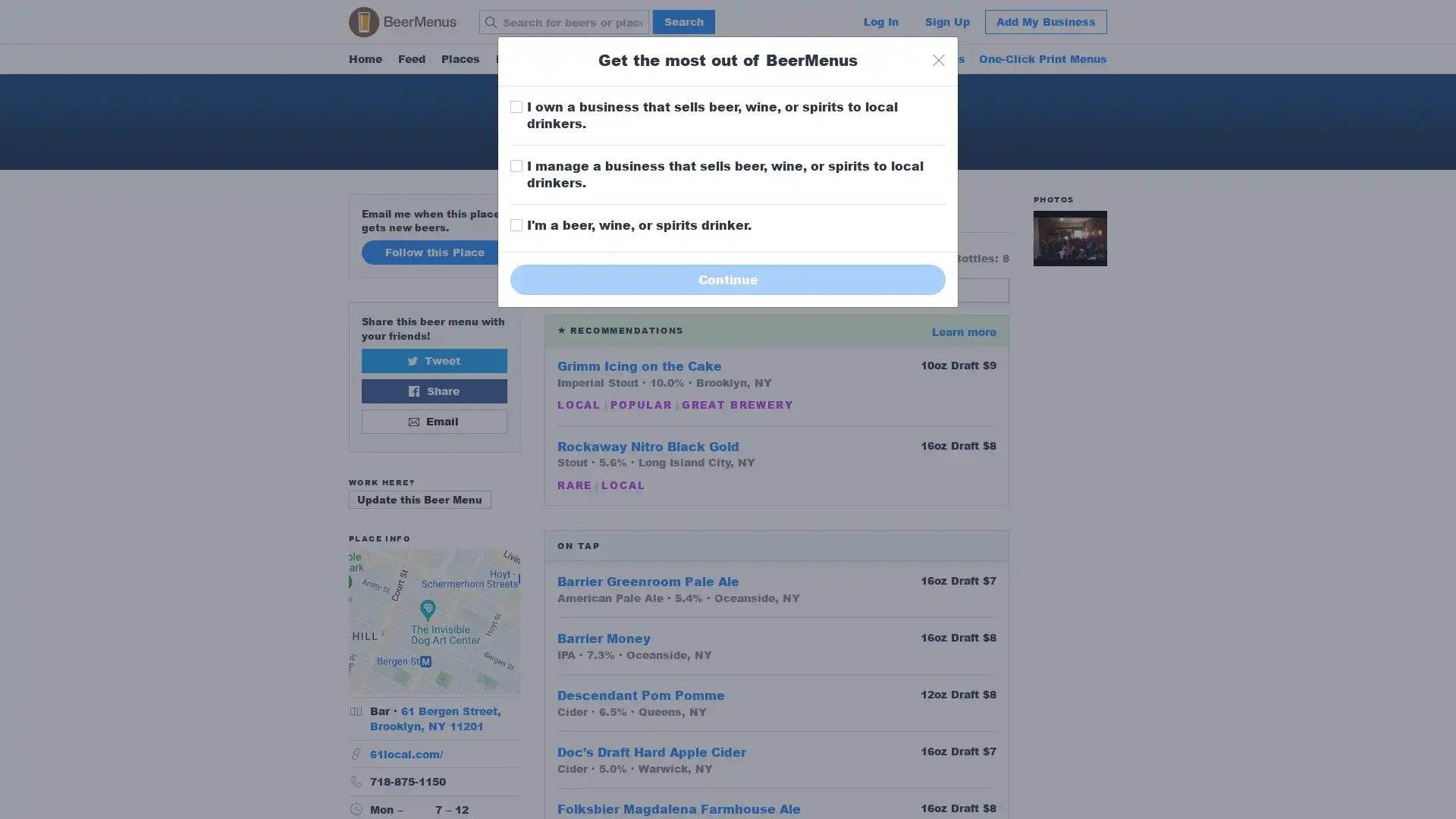 Image resolution: width=1456 pixels, height=819 pixels. What do you see at coordinates (728, 278) in the screenshot?
I see `Continue` at bounding box center [728, 278].